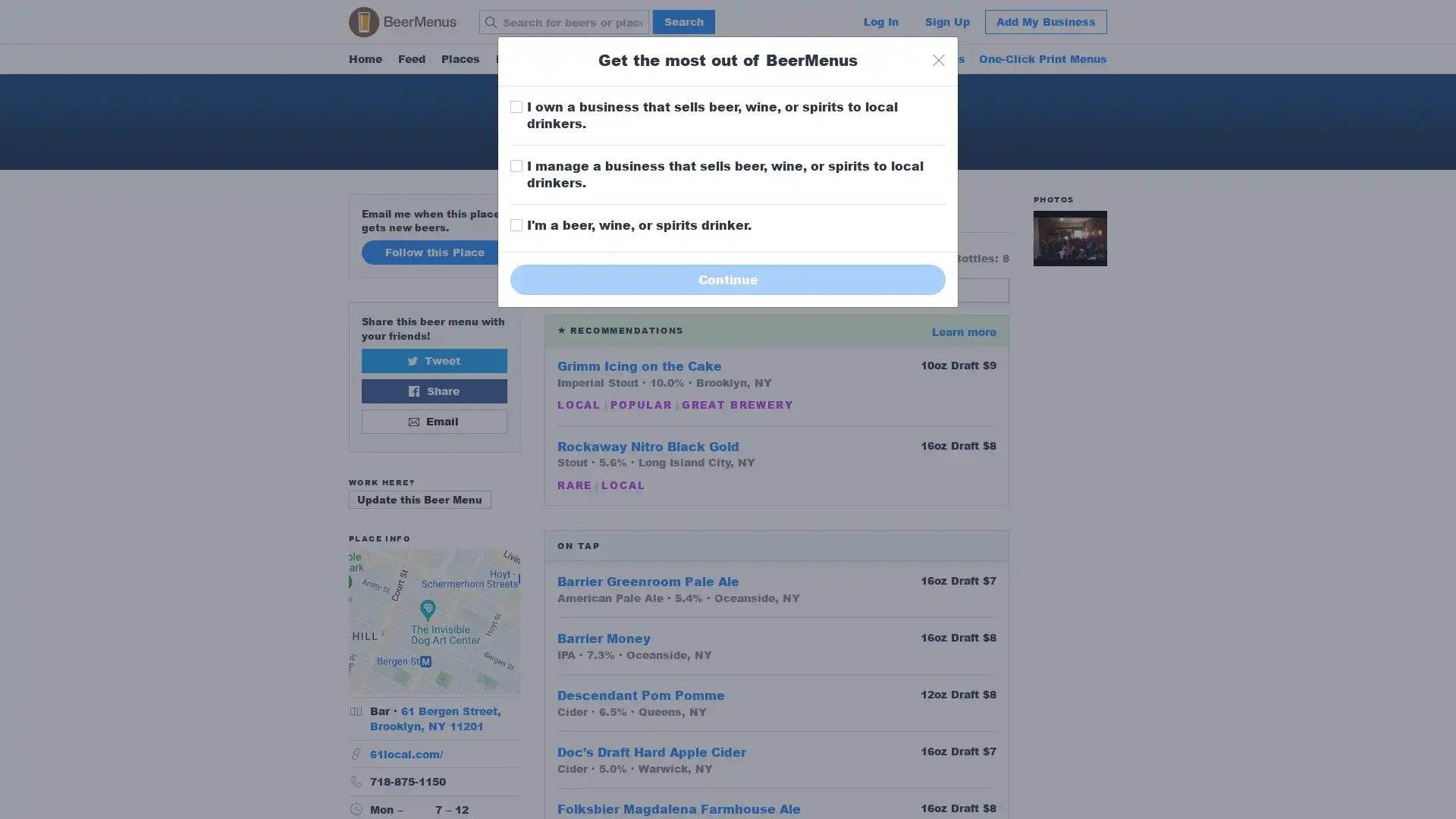 Image resolution: width=1456 pixels, height=819 pixels. What do you see at coordinates (728, 278) in the screenshot?
I see `Continue` at bounding box center [728, 278].